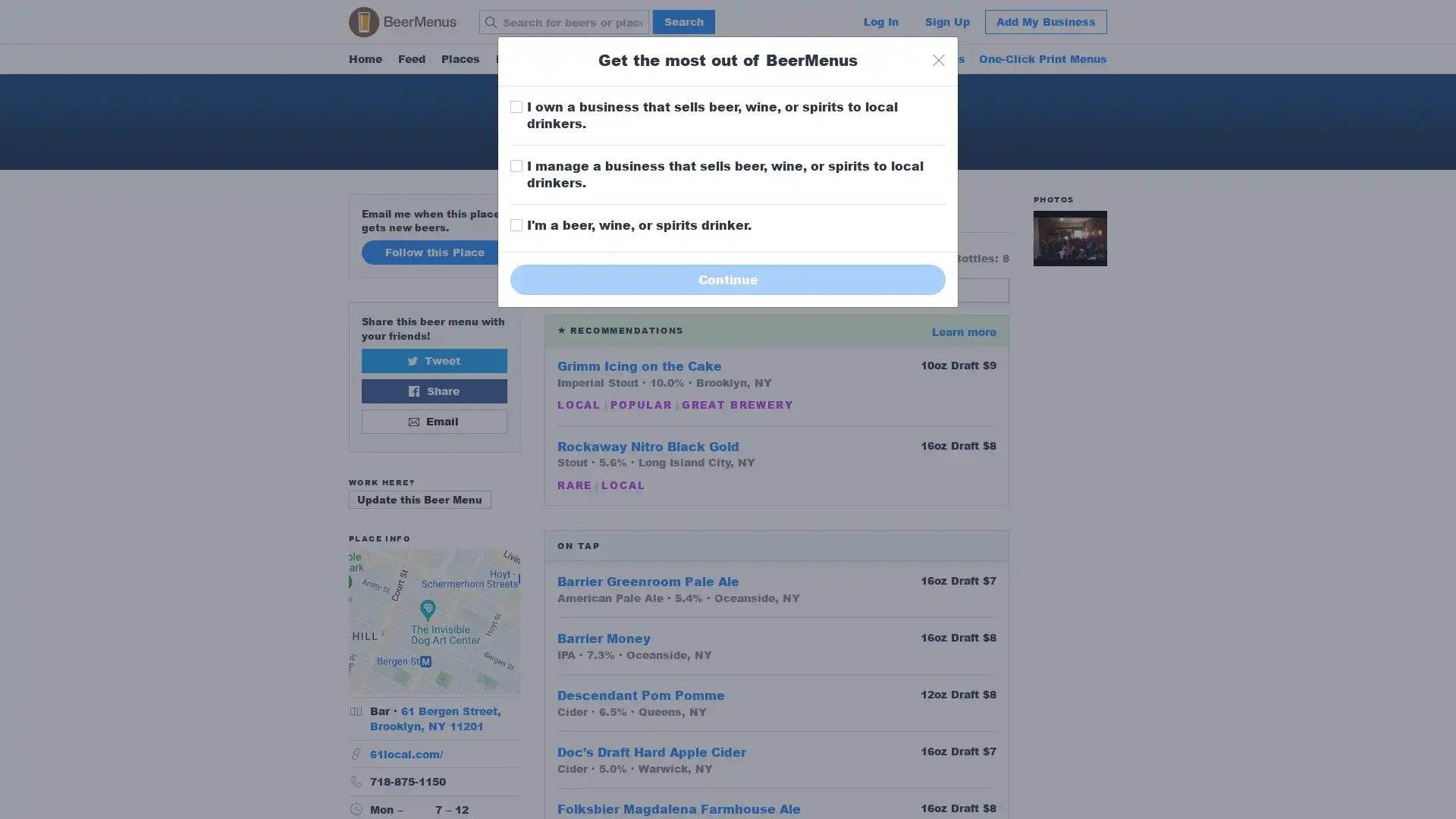 Image resolution: width=1456 pixels, height=819 pixels. What do you see at coordinates (728, 278) in the screenshot?
I see `Continue` at bounding box center [728, 278].